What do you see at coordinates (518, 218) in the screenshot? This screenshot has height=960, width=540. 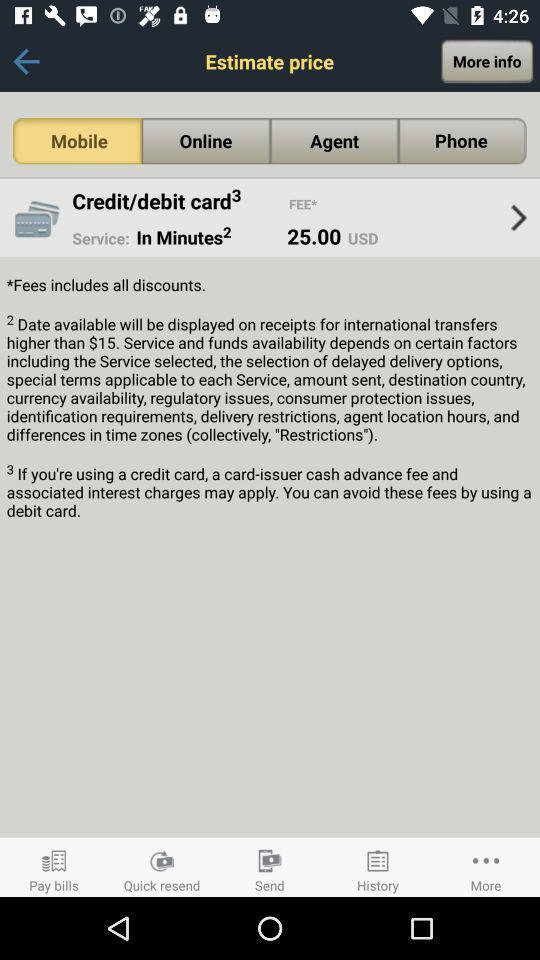 I see `the icon above fees includes all icon` at bounding box center [518, 218].